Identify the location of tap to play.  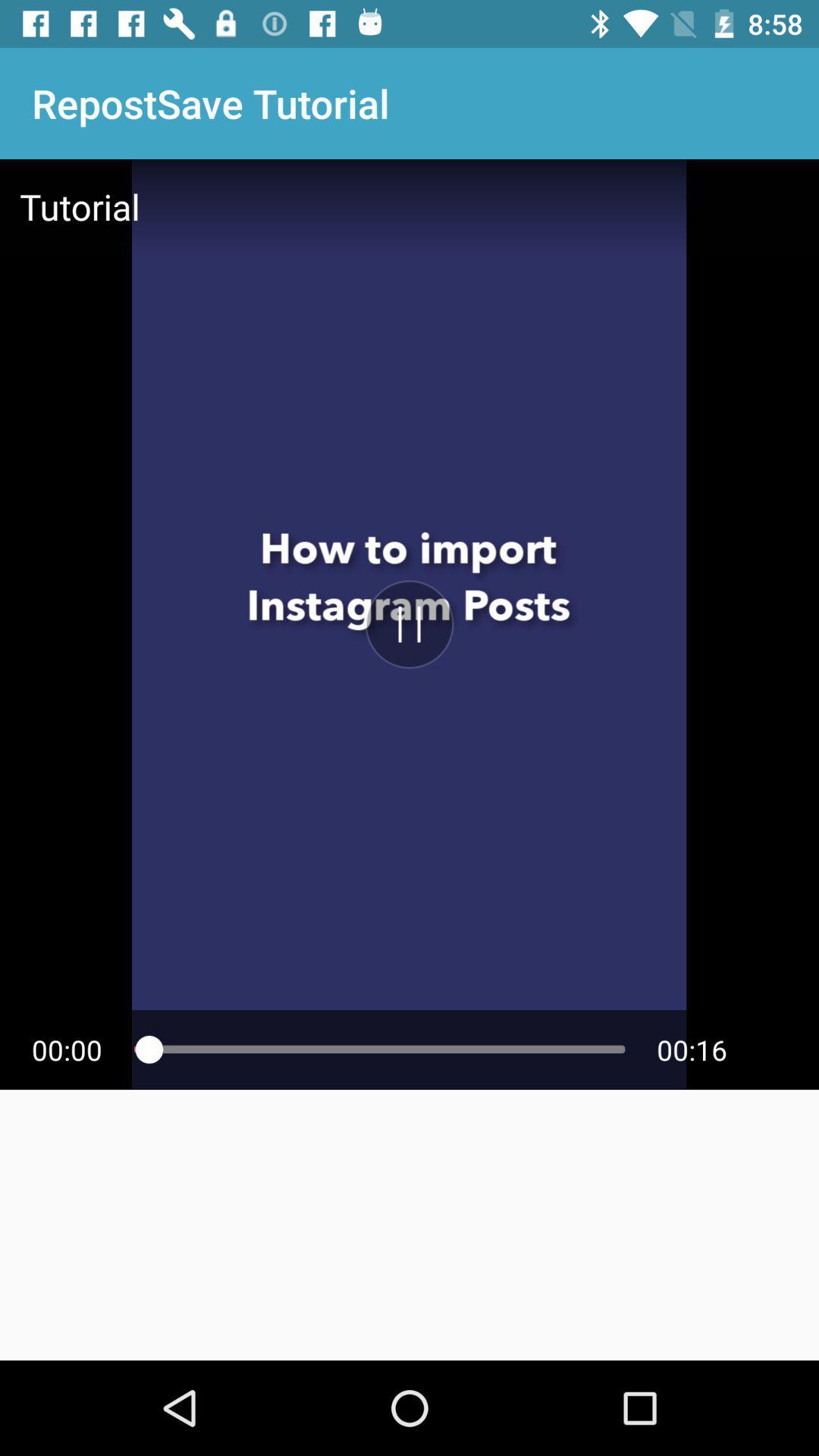
(409, 624).